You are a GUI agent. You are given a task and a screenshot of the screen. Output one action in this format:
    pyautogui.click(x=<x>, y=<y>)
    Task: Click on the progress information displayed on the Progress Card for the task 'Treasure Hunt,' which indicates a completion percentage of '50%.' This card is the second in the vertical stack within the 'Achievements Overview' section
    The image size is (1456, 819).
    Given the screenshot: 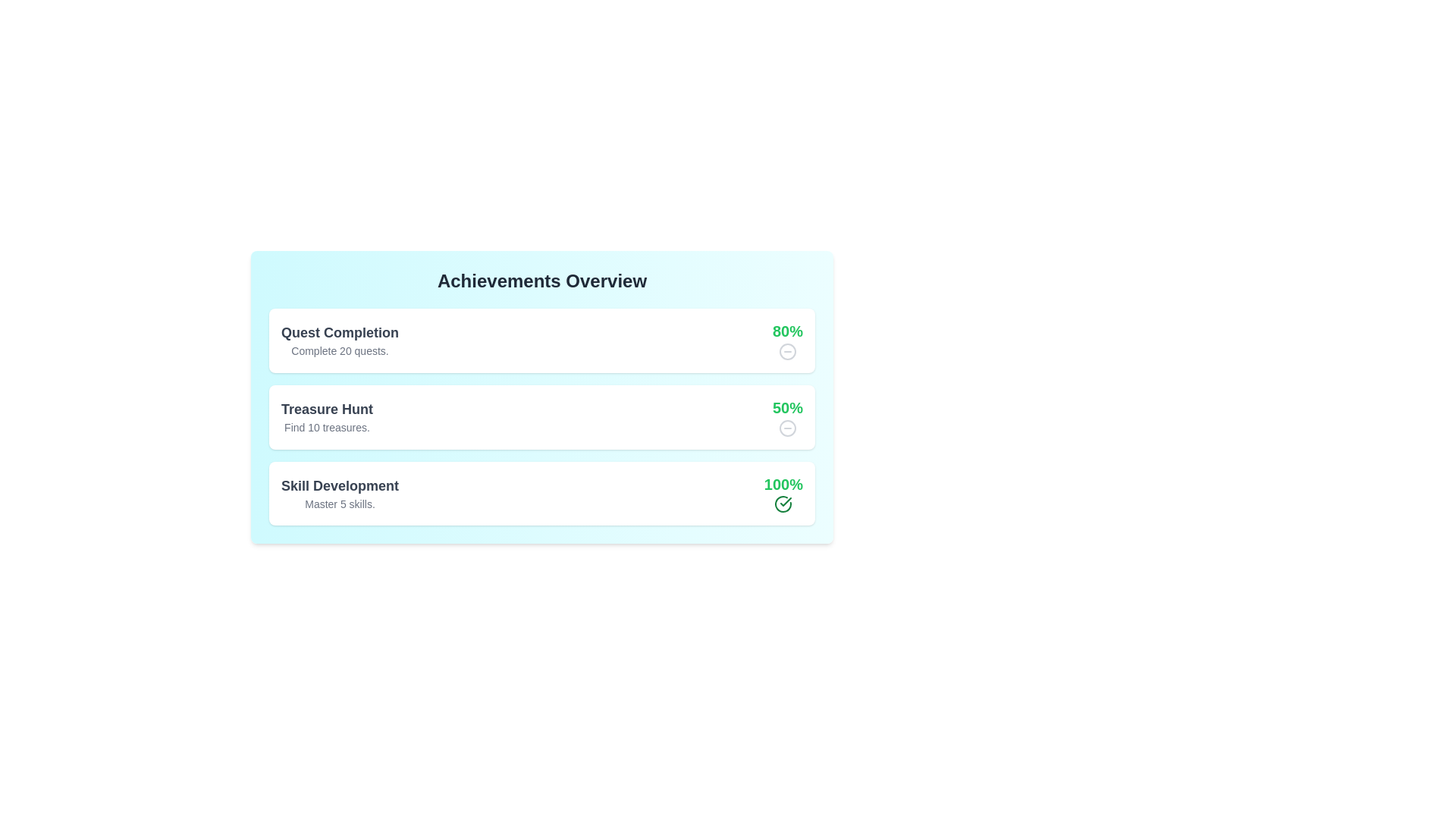 What is the action you would take?
    pyautogui.click(x=542, y=417)
    